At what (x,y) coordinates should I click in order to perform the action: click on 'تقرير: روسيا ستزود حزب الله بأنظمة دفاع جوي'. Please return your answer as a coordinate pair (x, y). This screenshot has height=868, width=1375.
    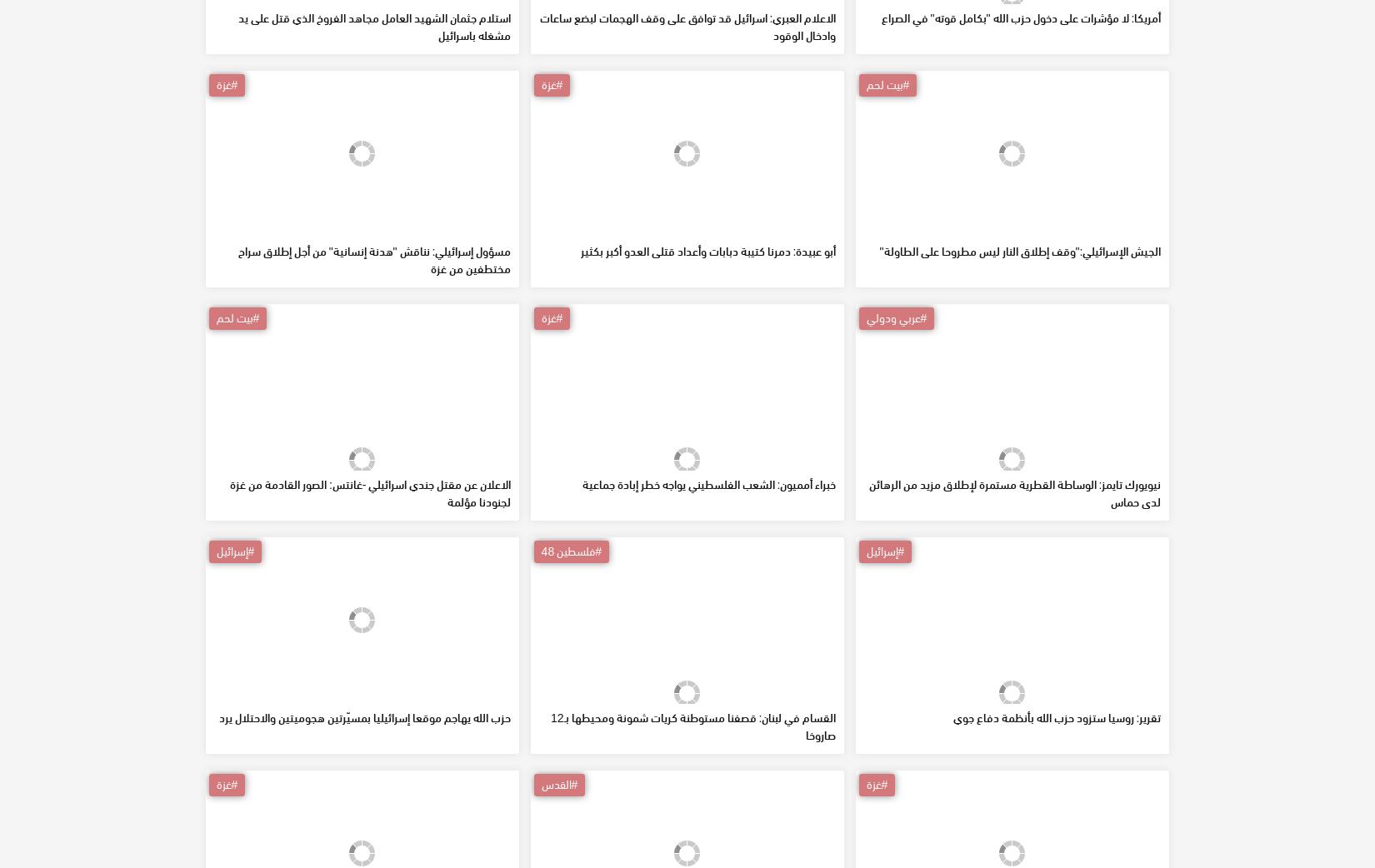
    Looking at the image, I should click on (1056, 837).